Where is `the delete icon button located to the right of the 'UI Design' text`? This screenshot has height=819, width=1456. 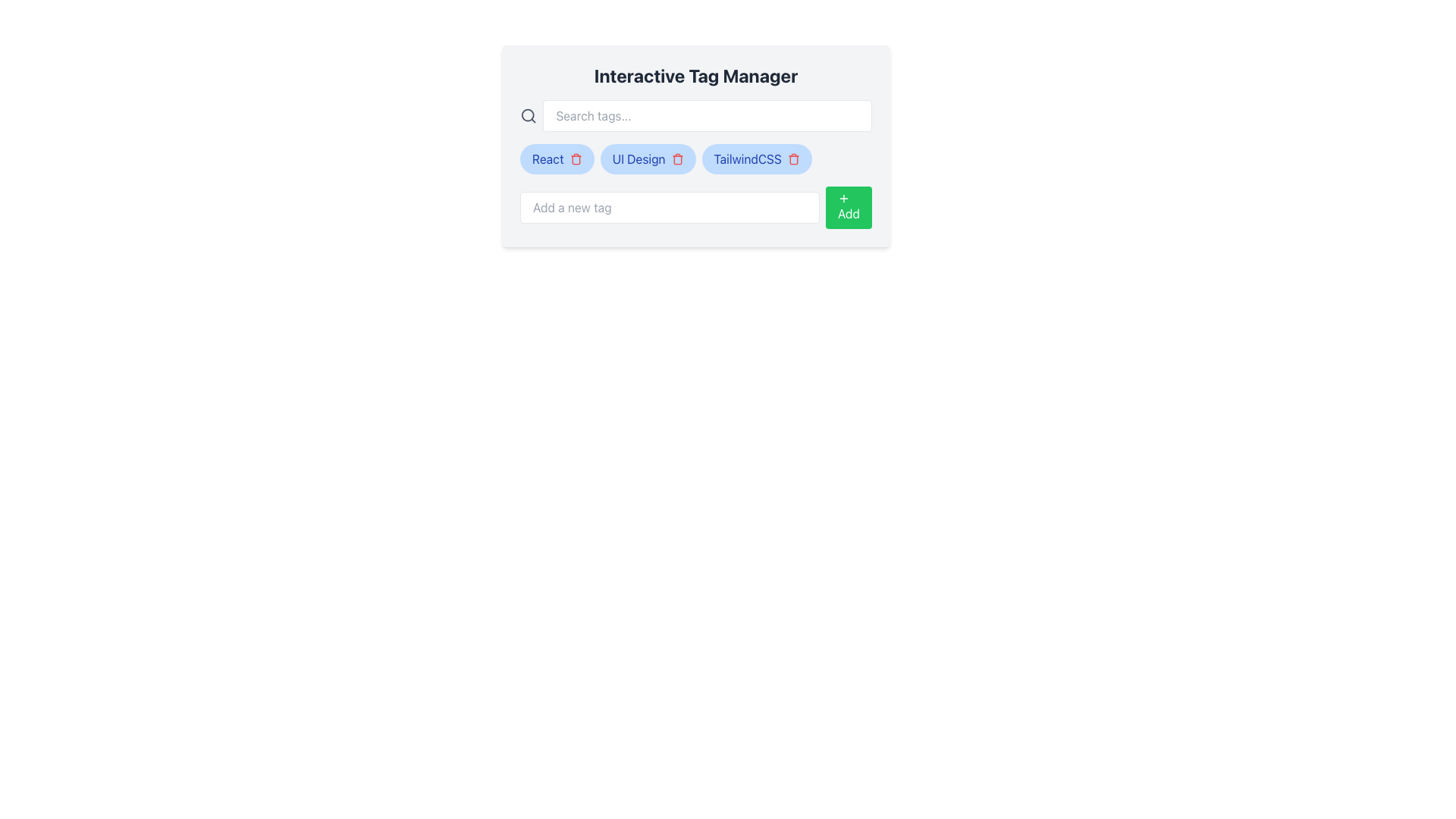
the delete icon button located to the right of the 'UI Design' text is located at coordinates (676, 158).